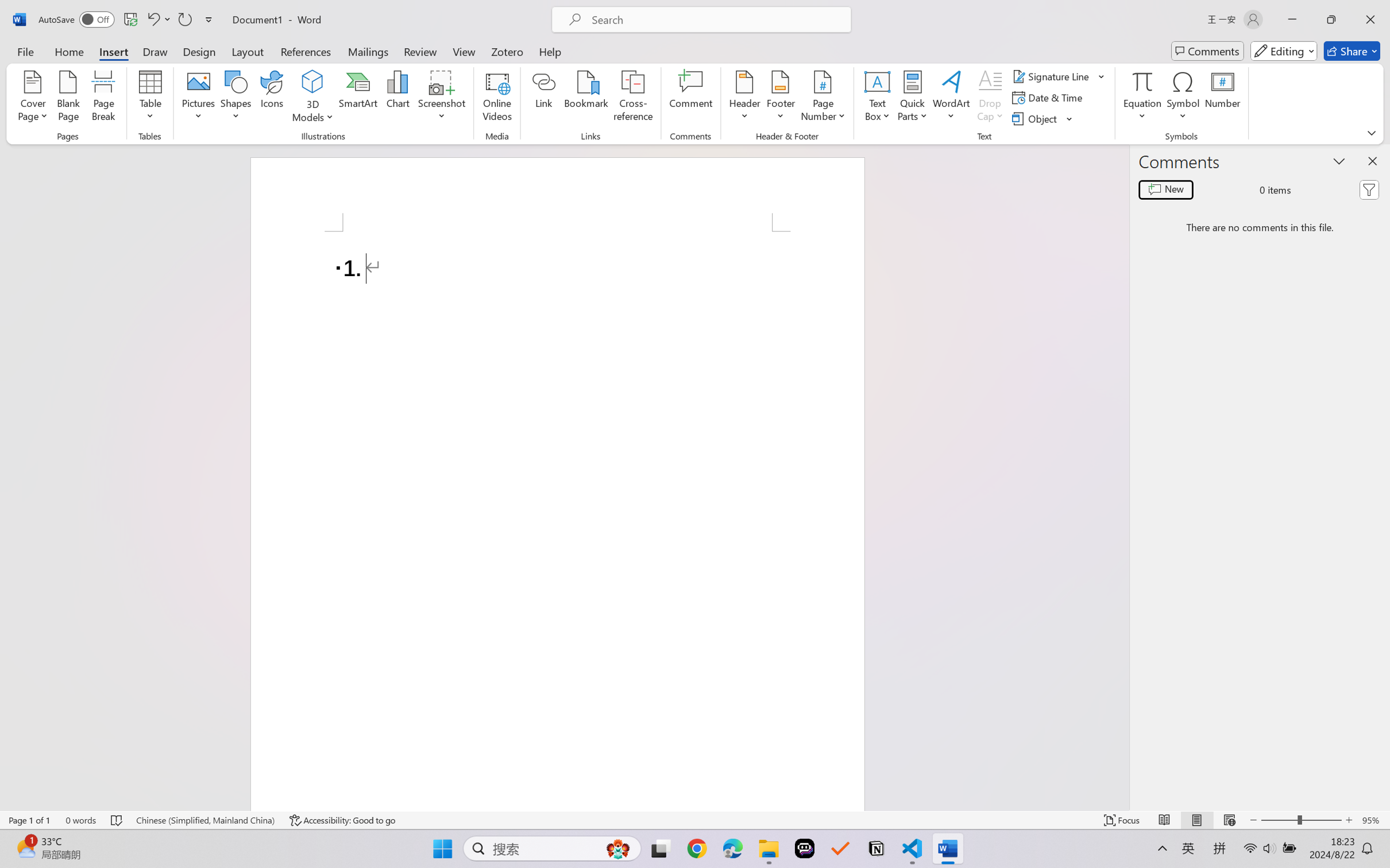 This screenshot has height=868, width=1390. Describe the element at coordinates (1369, 190) in the screenshot. I see `'Filter'` at that location.